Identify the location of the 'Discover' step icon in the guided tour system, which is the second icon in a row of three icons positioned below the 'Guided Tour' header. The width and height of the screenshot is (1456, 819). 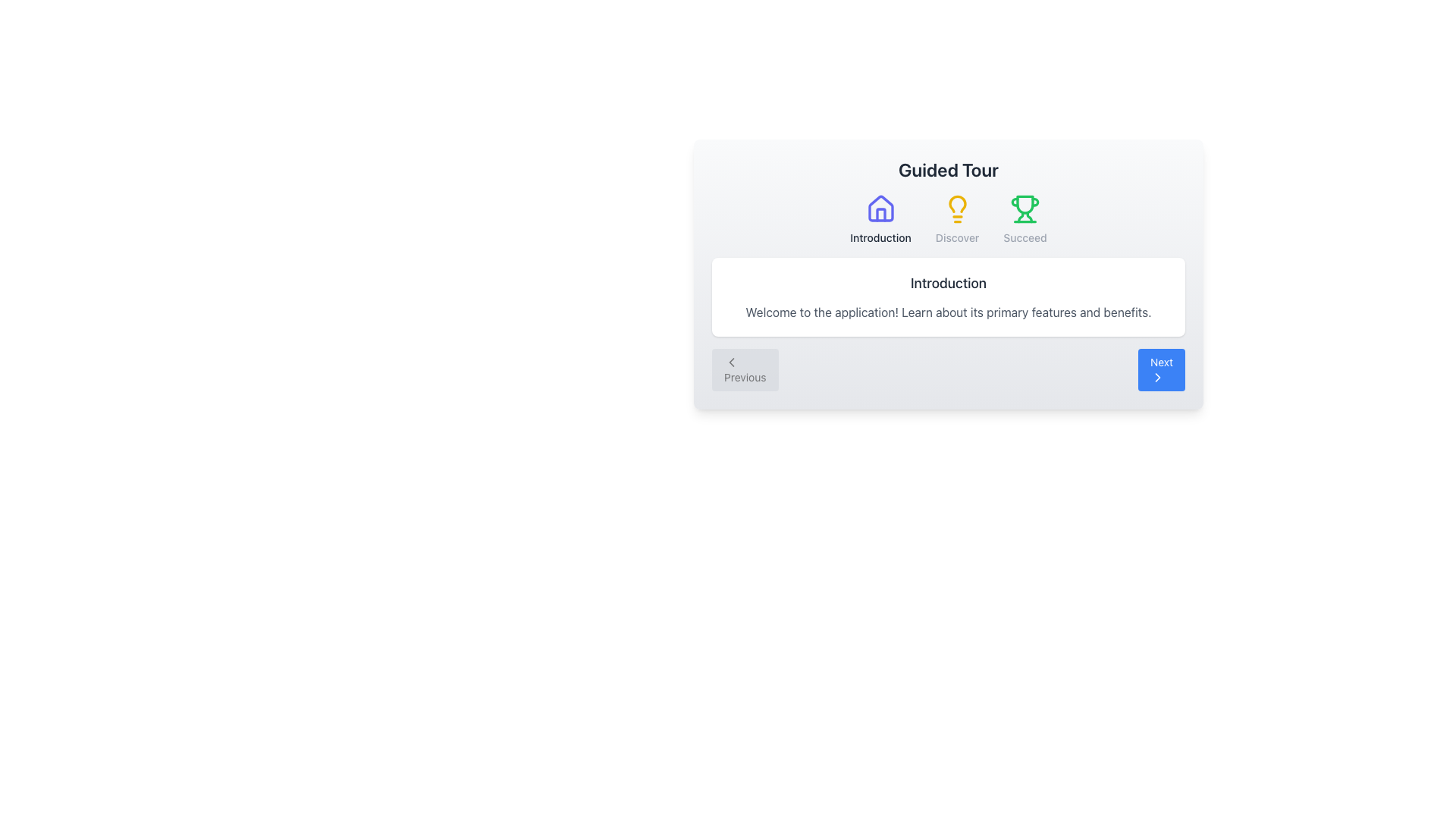
(956, 209).